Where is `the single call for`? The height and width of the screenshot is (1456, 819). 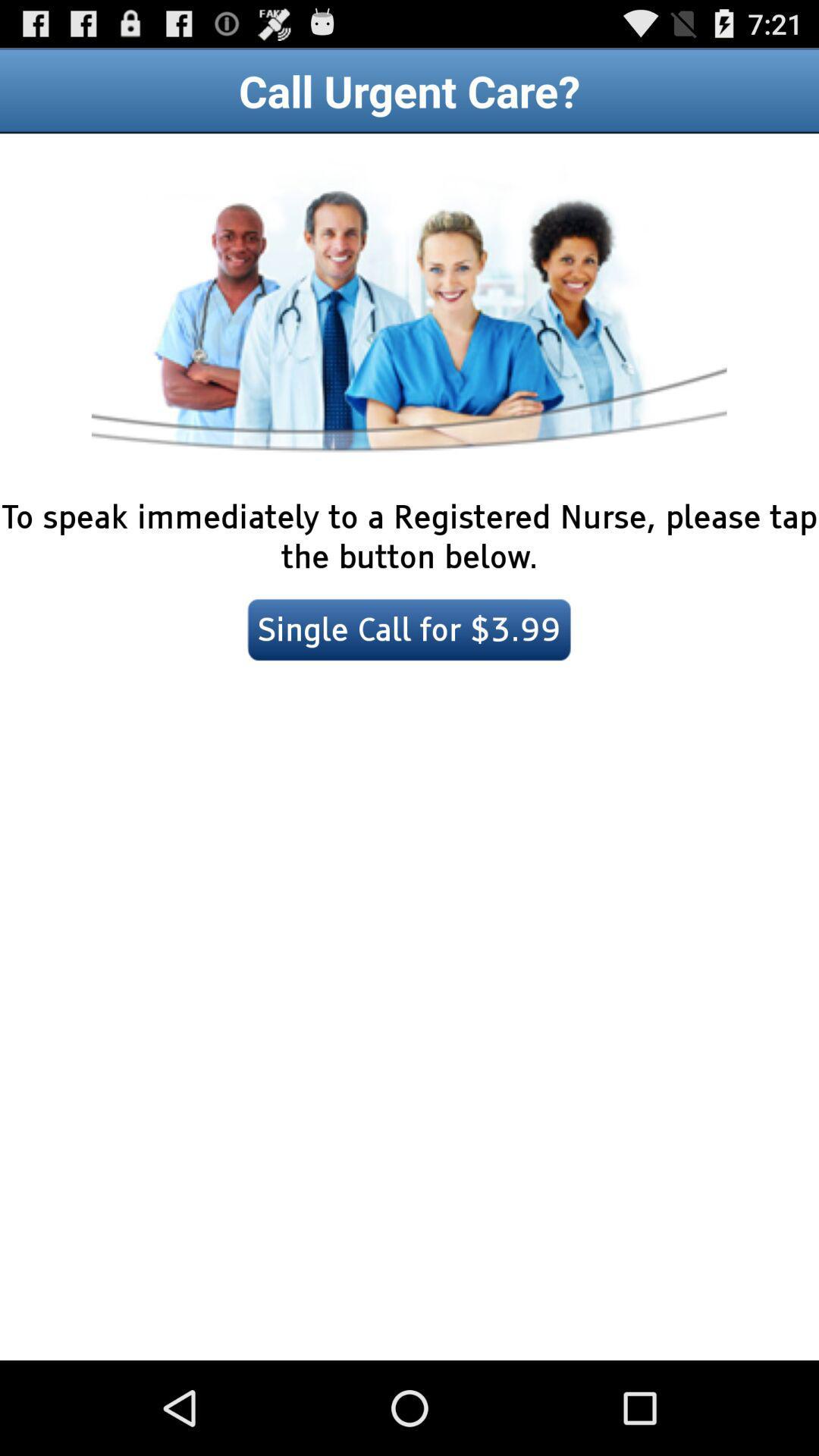
the single call for is located at coordinates (409, 629).